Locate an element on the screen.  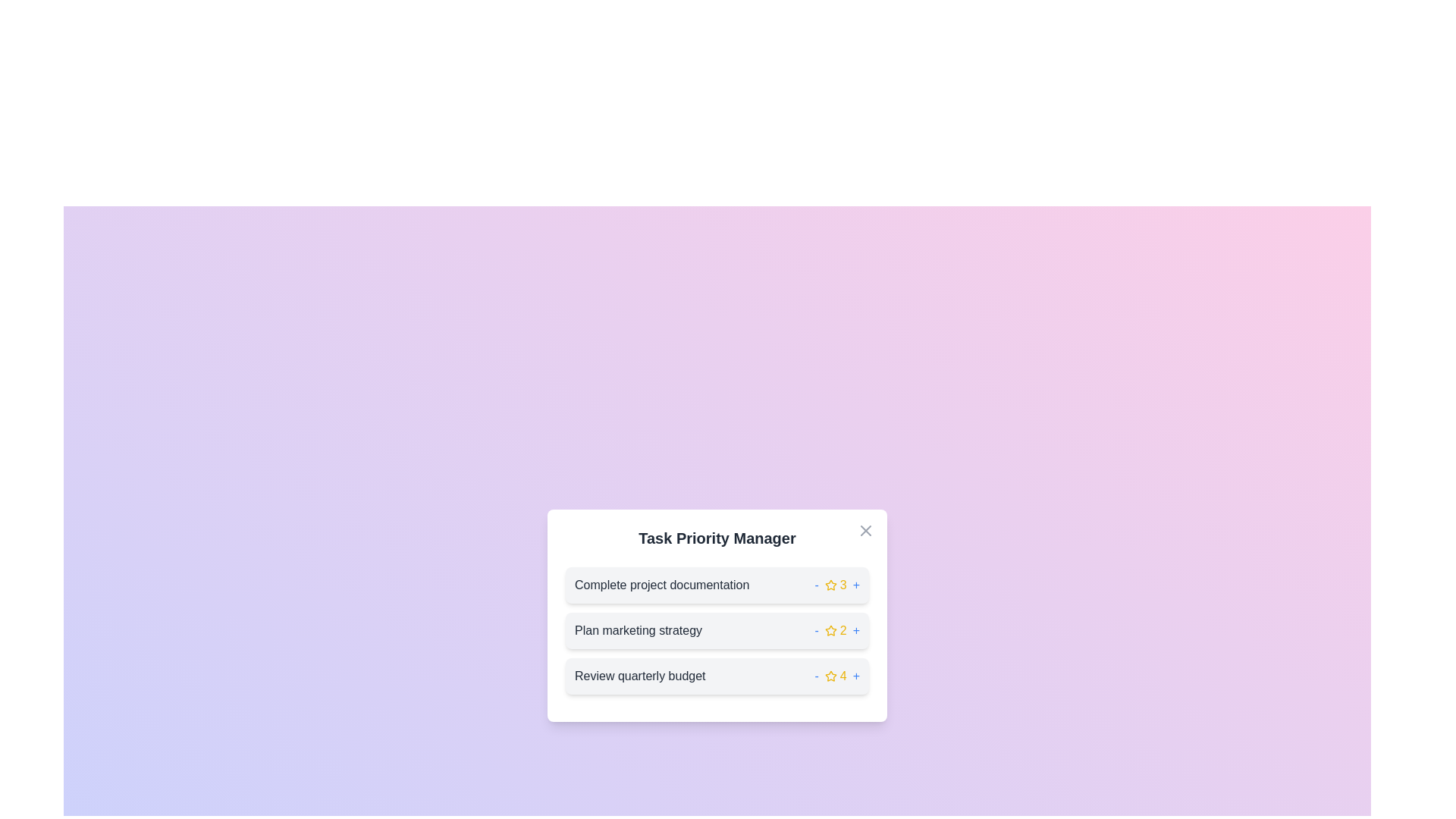
'+' button next to the task with ID 1 is located at coordinates (856, 584).